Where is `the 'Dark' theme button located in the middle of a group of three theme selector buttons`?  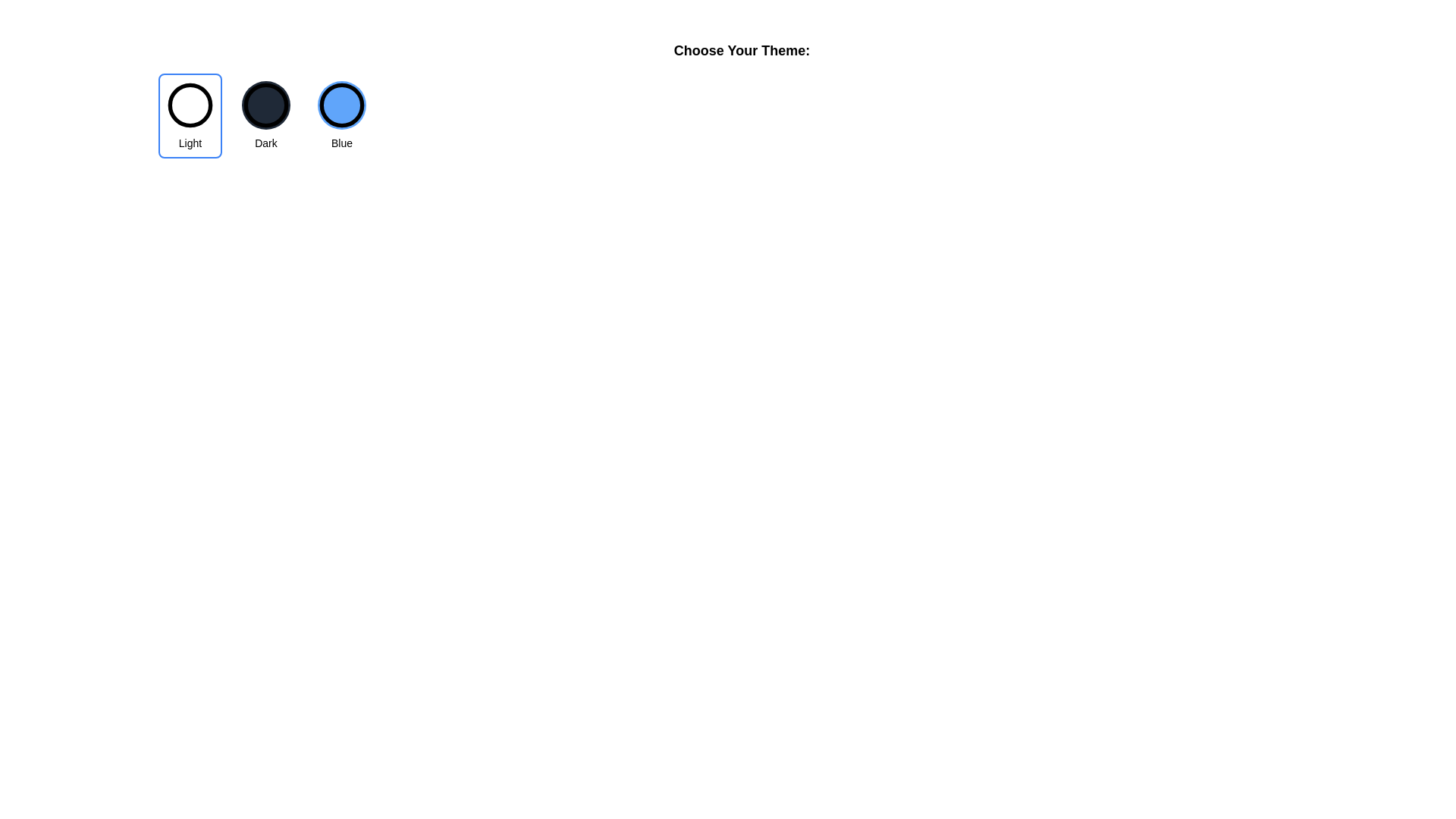 the 'Dark' theme button located in the middle of a group of three theme selector buttons is located at coordinates (265, 115).